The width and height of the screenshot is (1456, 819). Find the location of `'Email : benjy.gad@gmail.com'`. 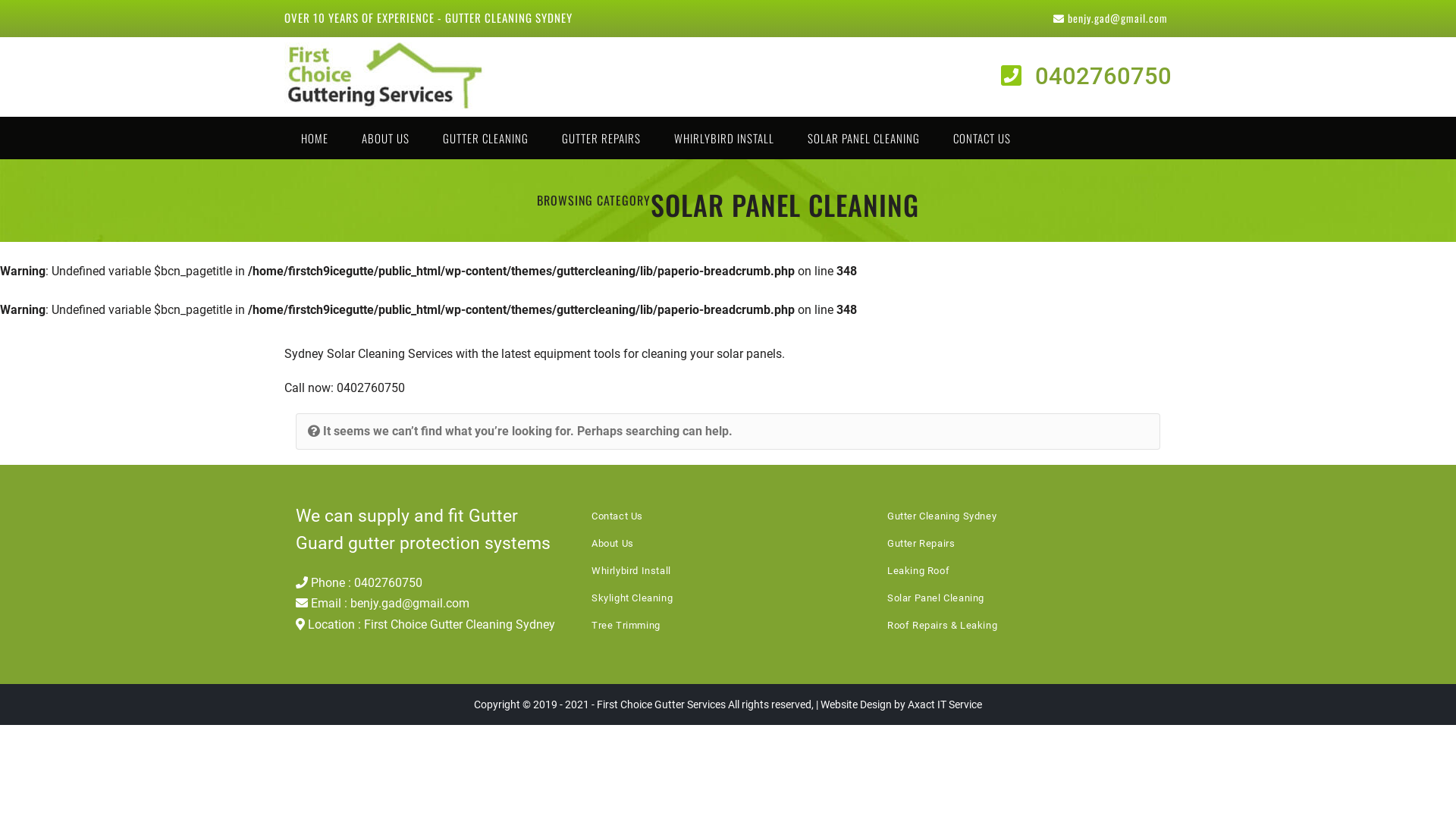

'Email : benjy.gad@gmail.com' is located at coordinates (382, 602).